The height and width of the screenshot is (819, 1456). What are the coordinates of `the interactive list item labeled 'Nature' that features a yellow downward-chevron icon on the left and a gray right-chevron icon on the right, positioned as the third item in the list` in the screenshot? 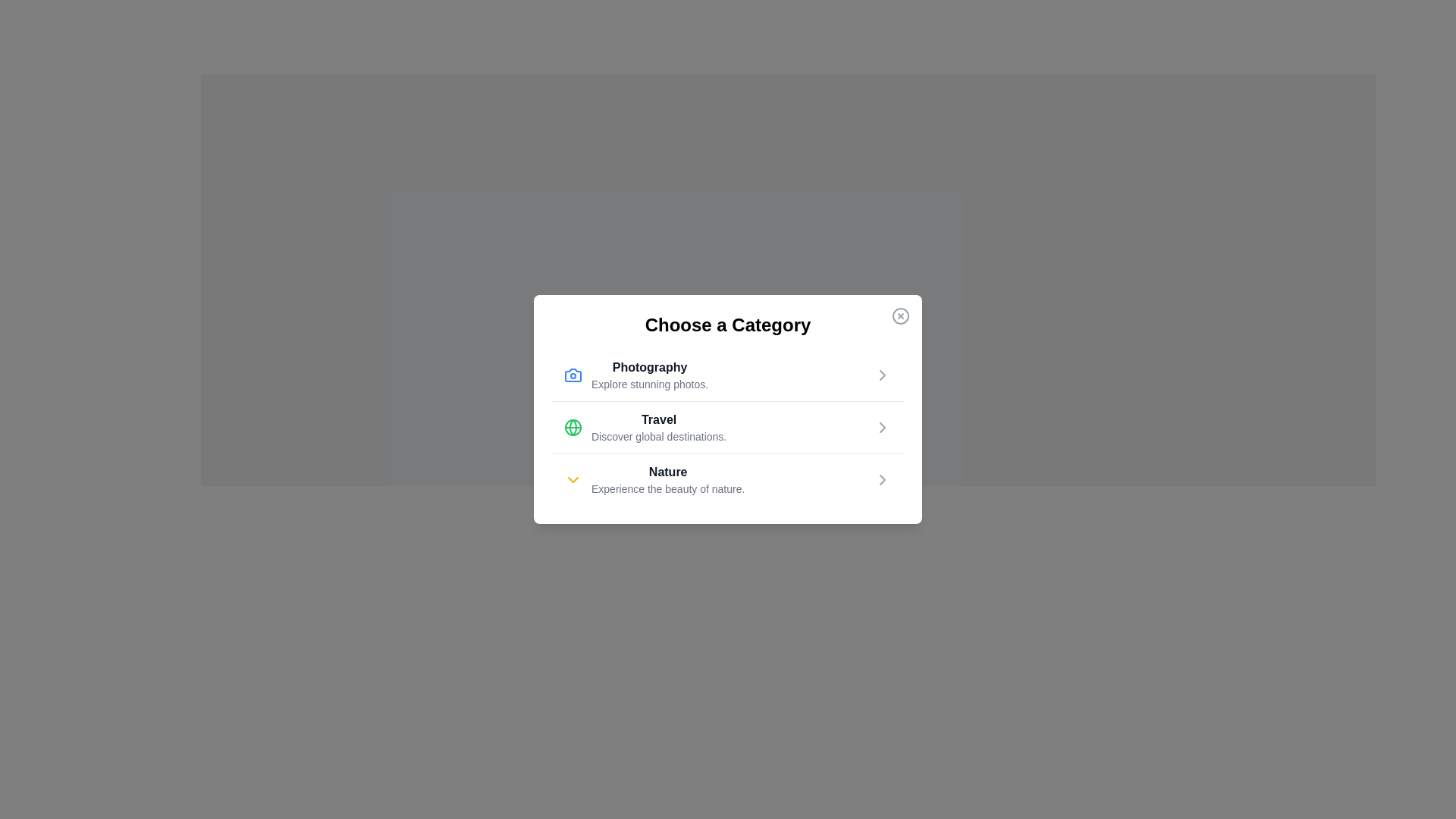 It's located at (728, 479).